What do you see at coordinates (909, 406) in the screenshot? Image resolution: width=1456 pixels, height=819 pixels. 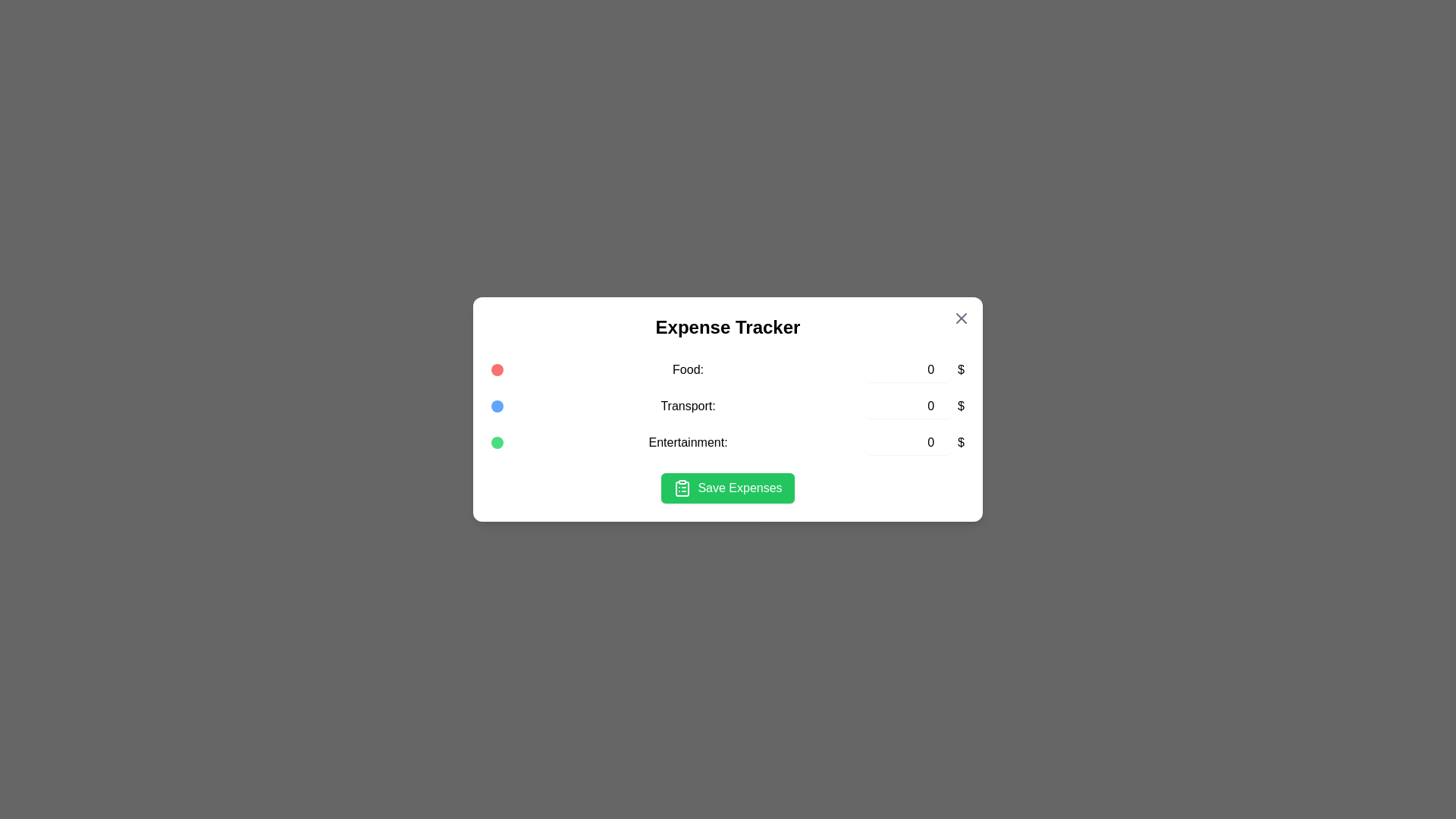 I see `the expense amount for the 'Transport' category to 7664` at bounding box center [909, 406].